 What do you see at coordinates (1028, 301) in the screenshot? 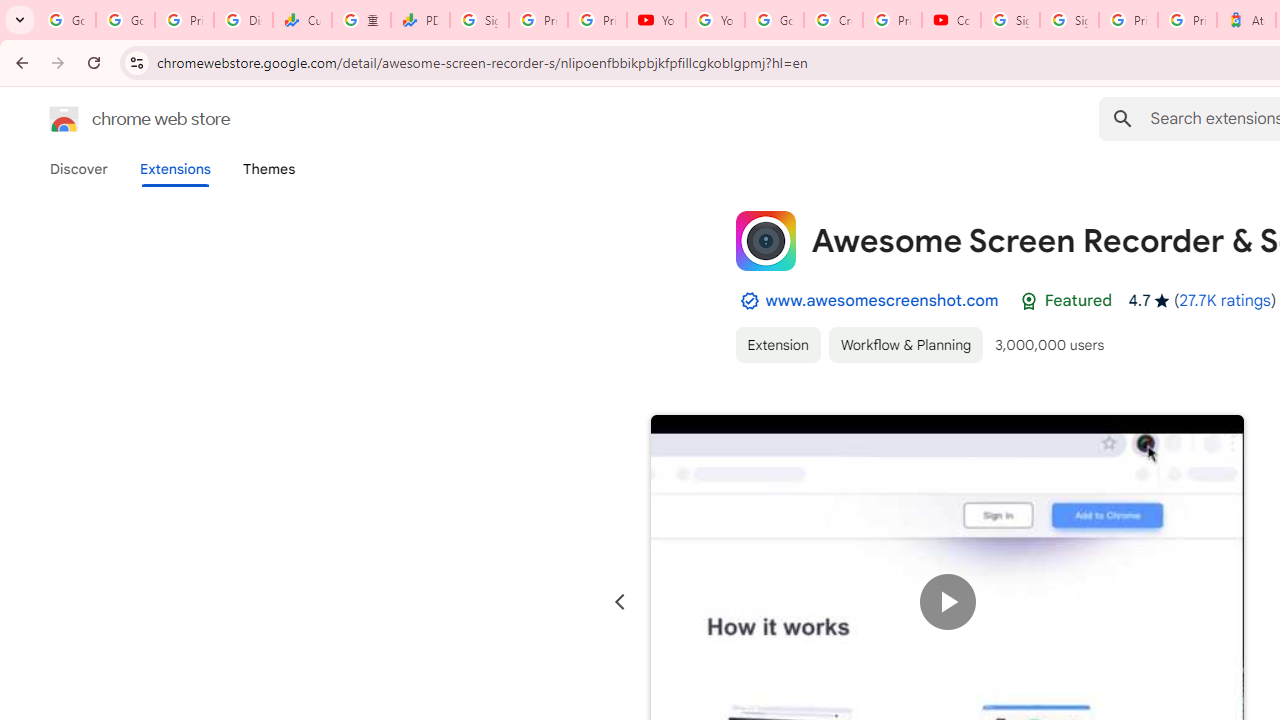
I see `'Featured Badge'` at bounding box center [1028, 301].